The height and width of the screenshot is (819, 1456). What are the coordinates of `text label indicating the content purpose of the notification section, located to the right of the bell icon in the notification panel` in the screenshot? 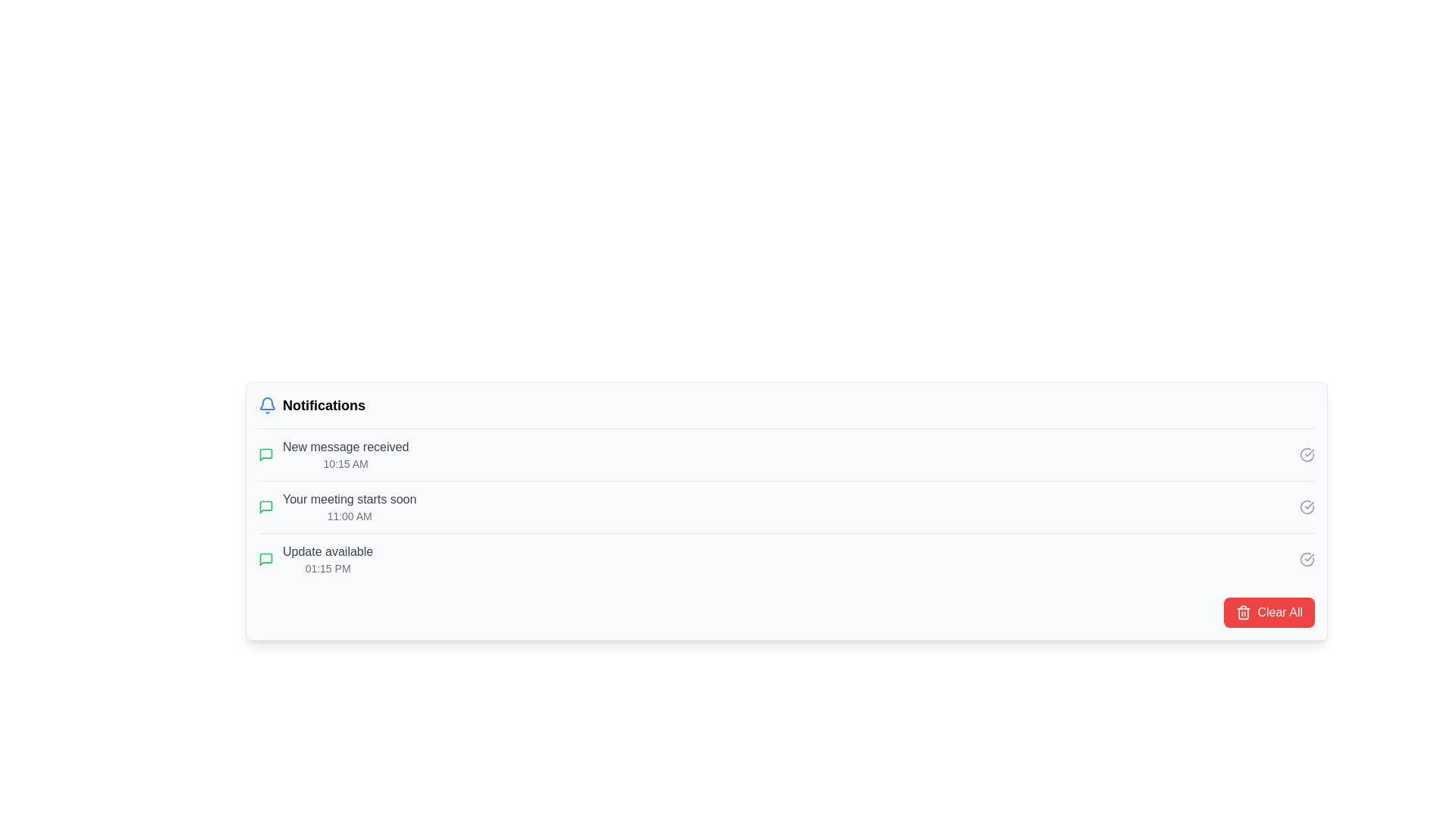 It's located at (323, 405).